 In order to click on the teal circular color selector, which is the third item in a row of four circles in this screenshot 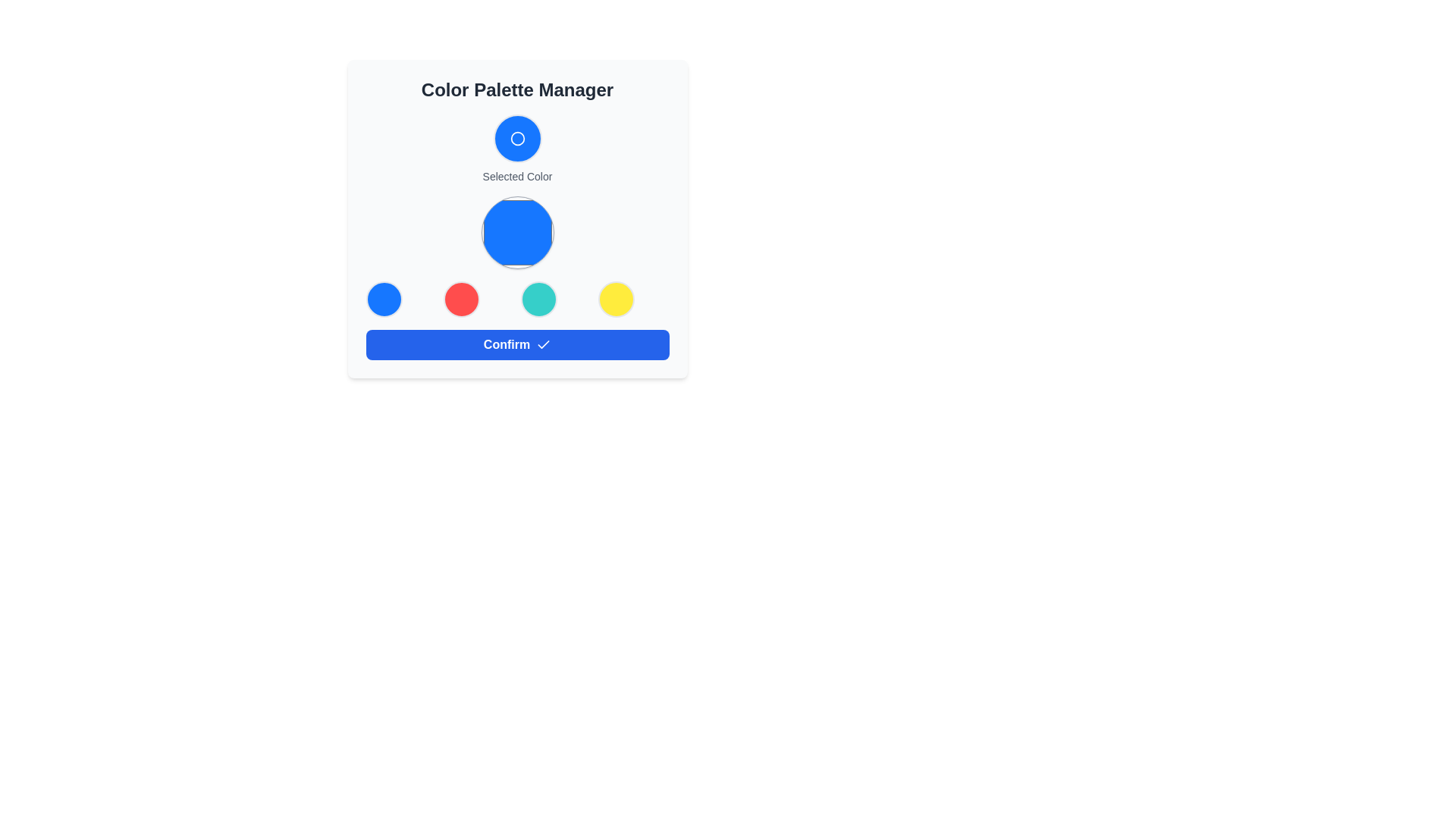, I will do `click(538, 299)`.